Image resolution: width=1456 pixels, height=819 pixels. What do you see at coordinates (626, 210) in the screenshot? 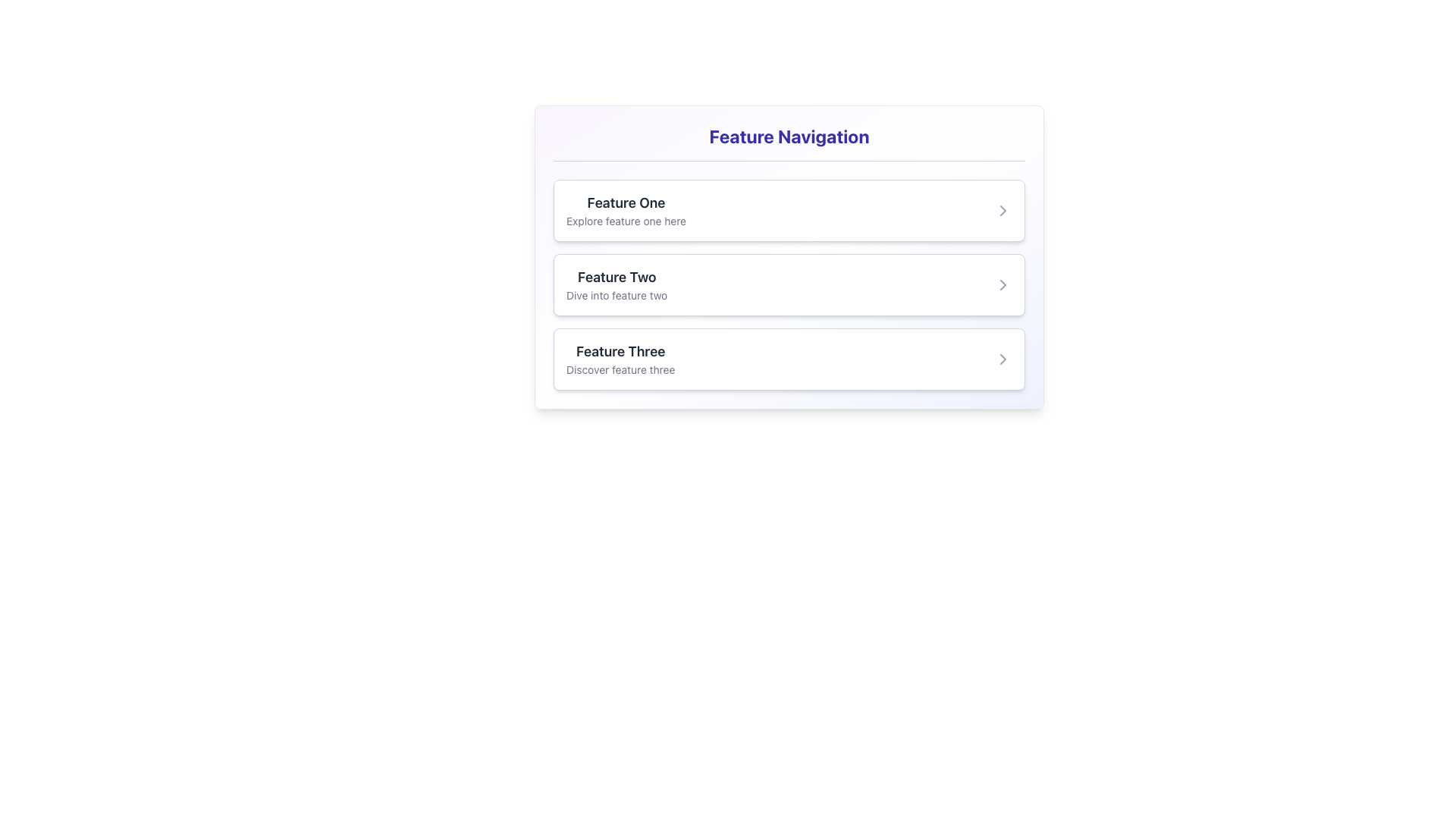
I see `the Text Display element titled 'Feature One' with the subtitle 'Explore feature one here,' located in the first card under the 'Feature Navigation' section` at bounding box center [626, 210].